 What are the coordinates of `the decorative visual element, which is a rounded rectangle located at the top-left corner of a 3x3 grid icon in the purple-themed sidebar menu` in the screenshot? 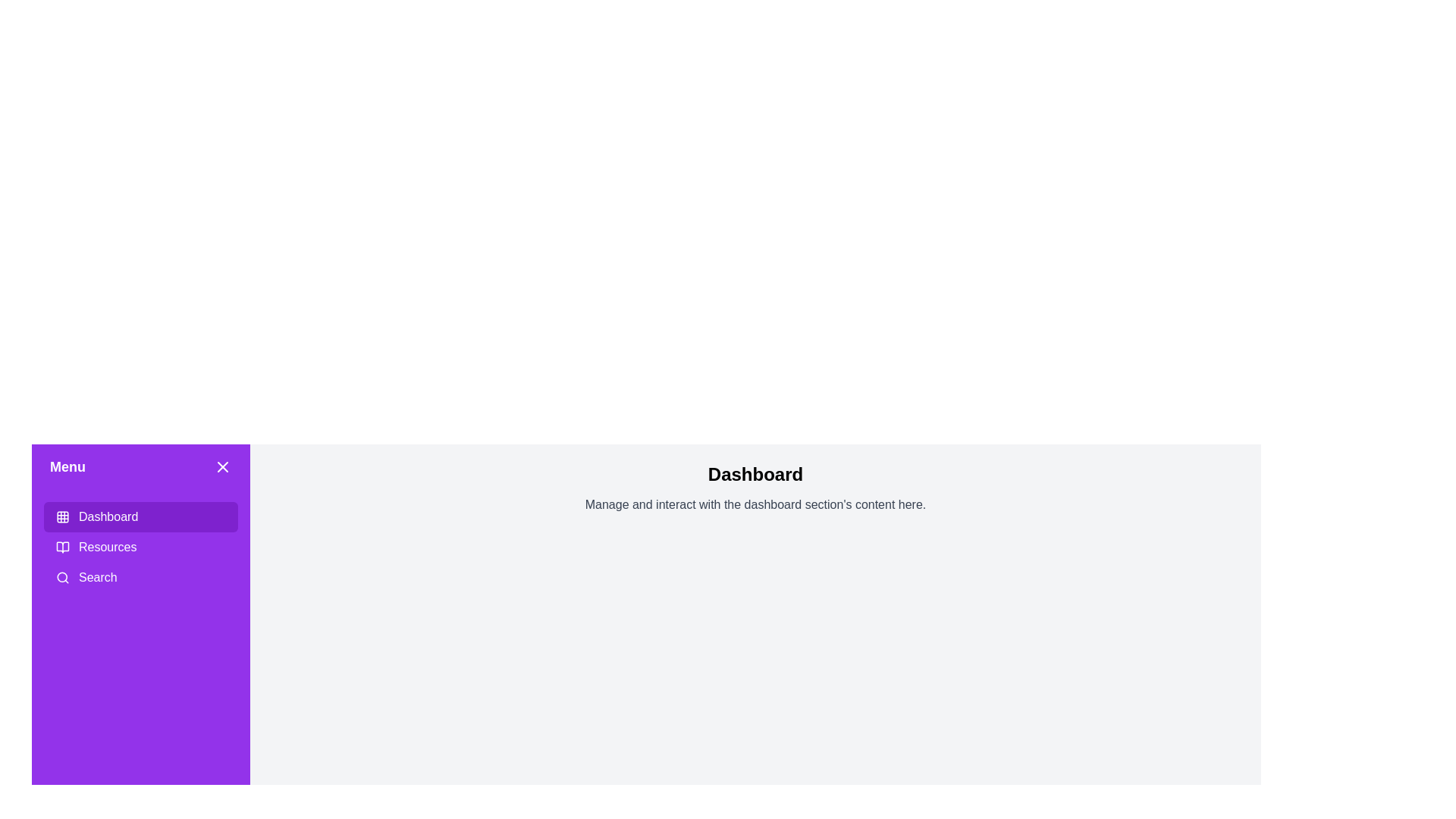 It's located at (61, 516).